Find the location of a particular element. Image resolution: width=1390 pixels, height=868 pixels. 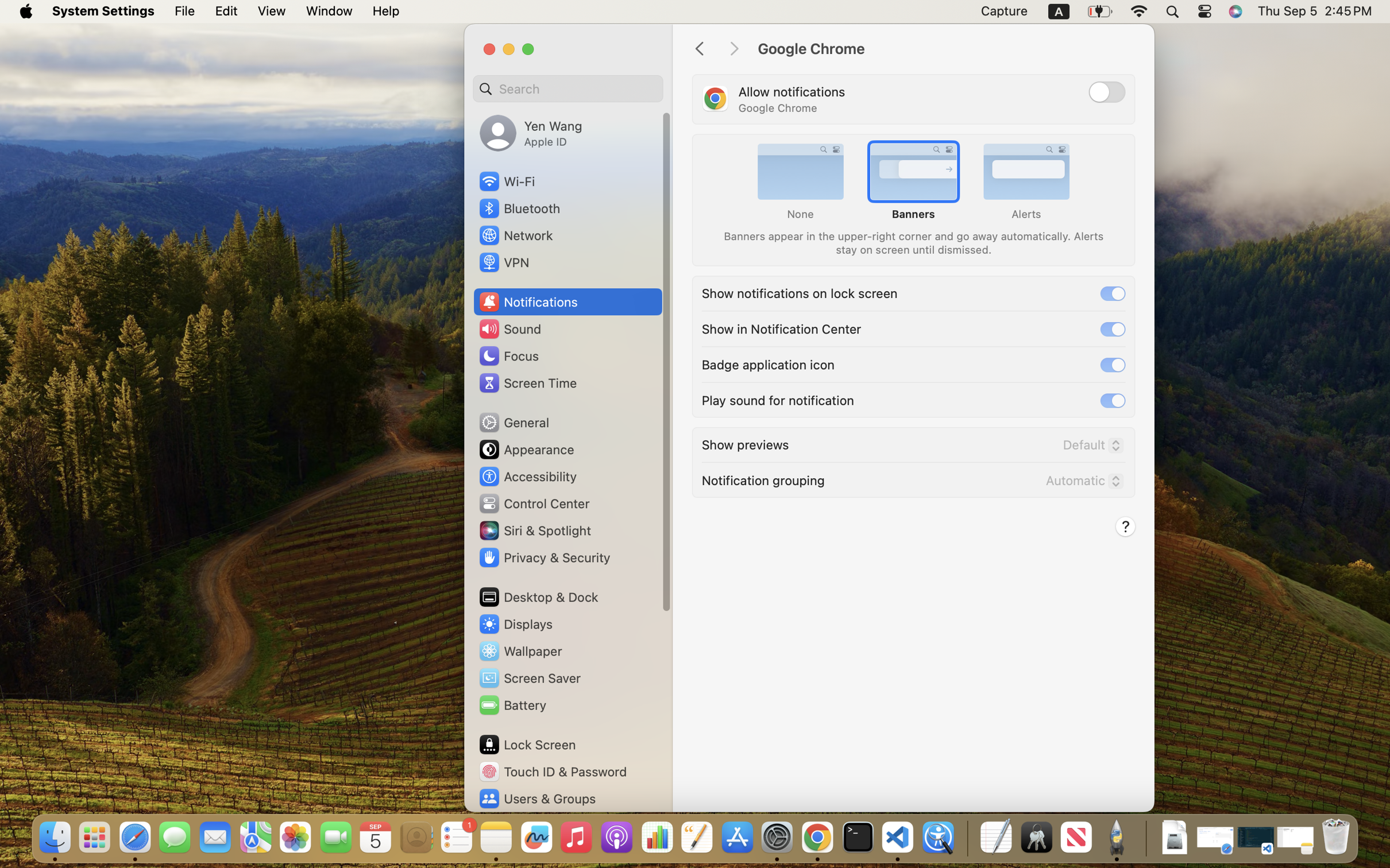

'Users & Groups' is located at coordinates (536, 799).